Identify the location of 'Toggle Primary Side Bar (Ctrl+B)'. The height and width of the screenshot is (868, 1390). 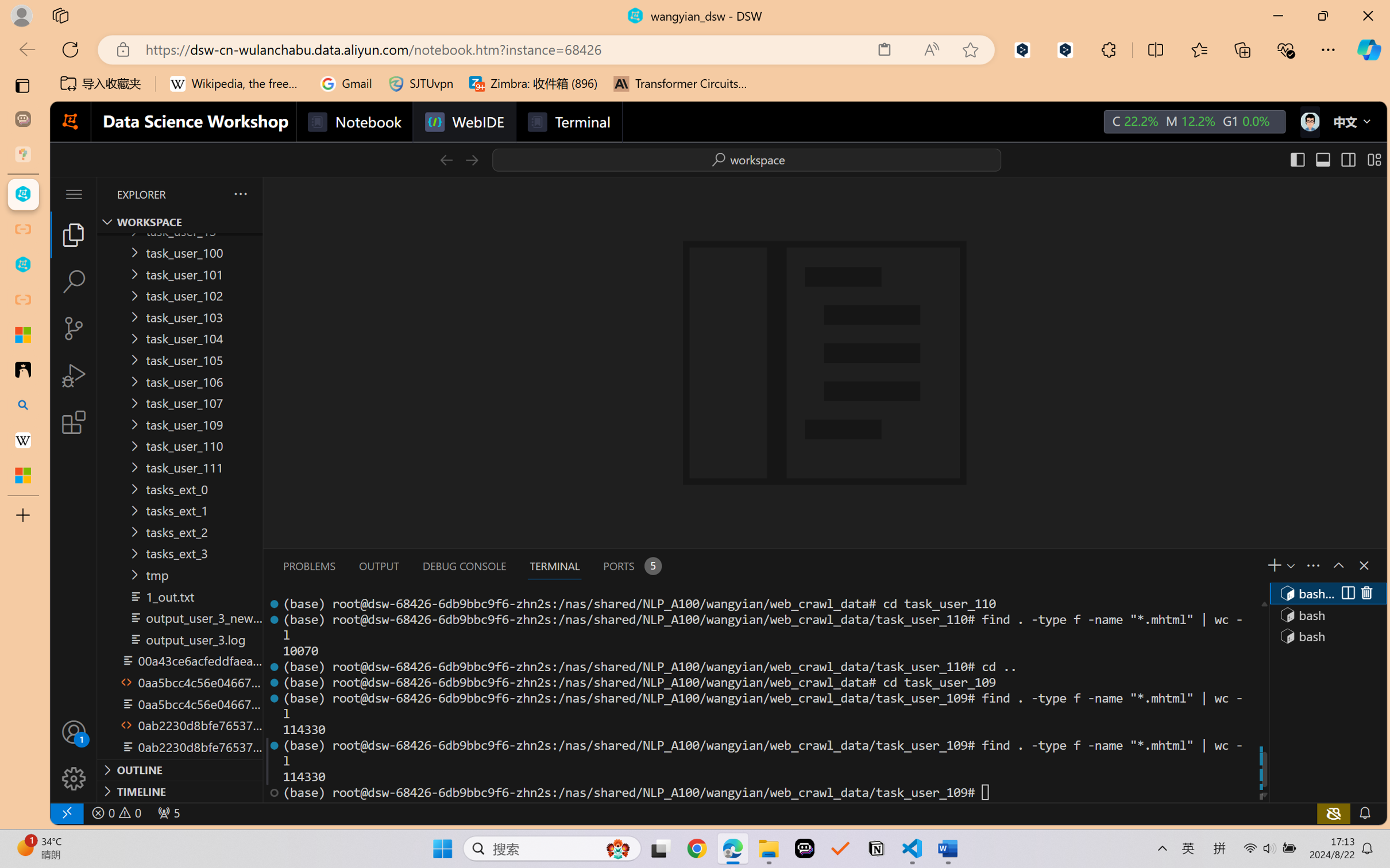
(1296, 159).